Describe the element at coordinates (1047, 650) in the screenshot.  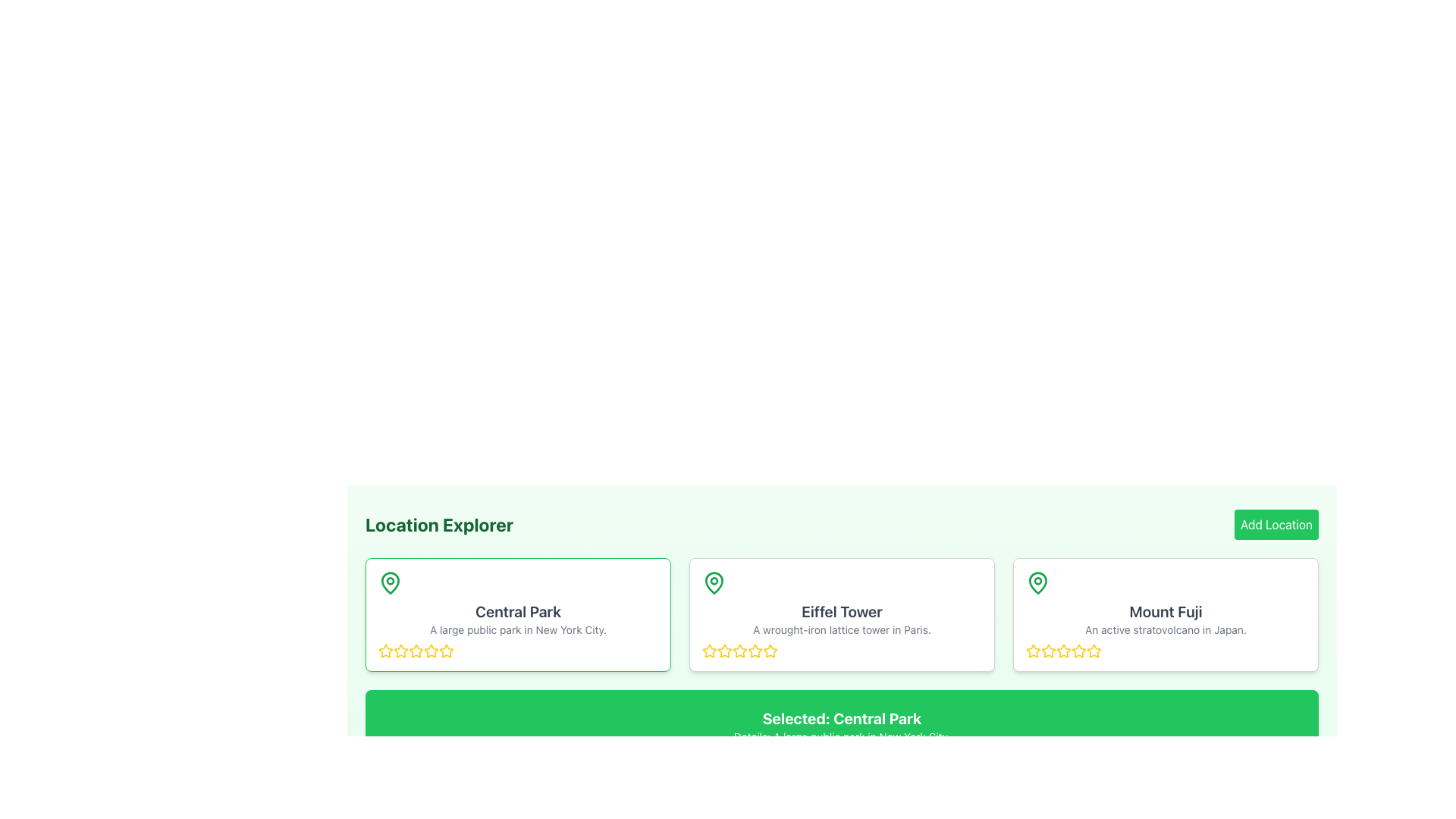
I see `the third star icon in the rating system beneath the 'Mount Fuji' information card` at that location.